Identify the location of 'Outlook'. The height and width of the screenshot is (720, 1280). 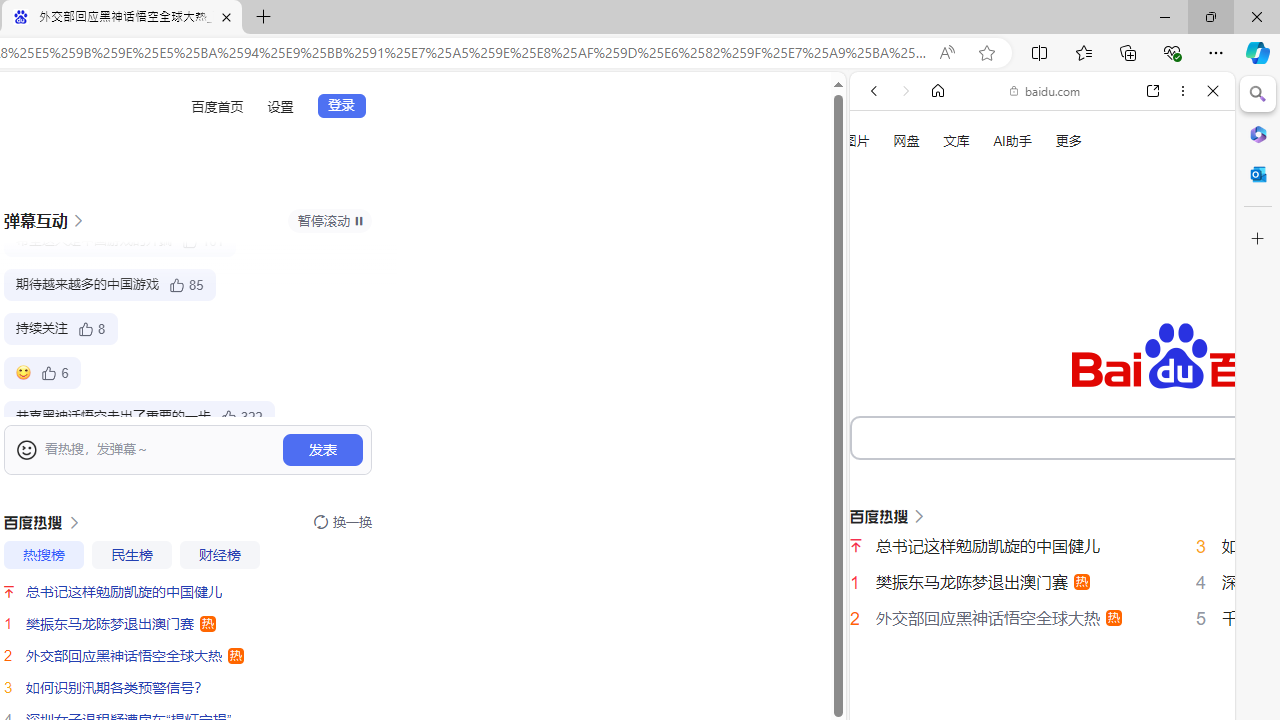
(1257, 173).